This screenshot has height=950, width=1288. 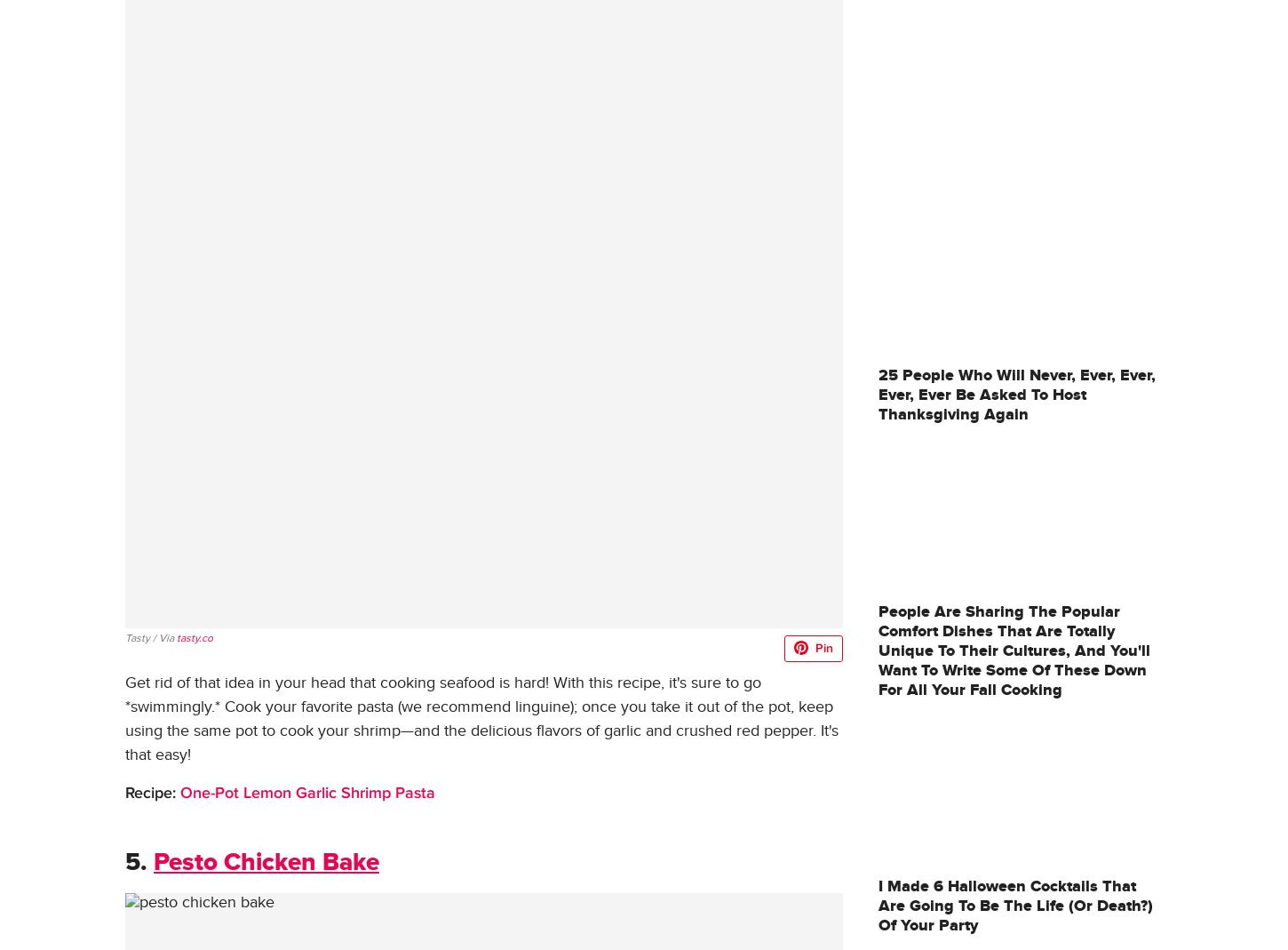 I want to click on 'tasty.co', so click(x=194, y=637).